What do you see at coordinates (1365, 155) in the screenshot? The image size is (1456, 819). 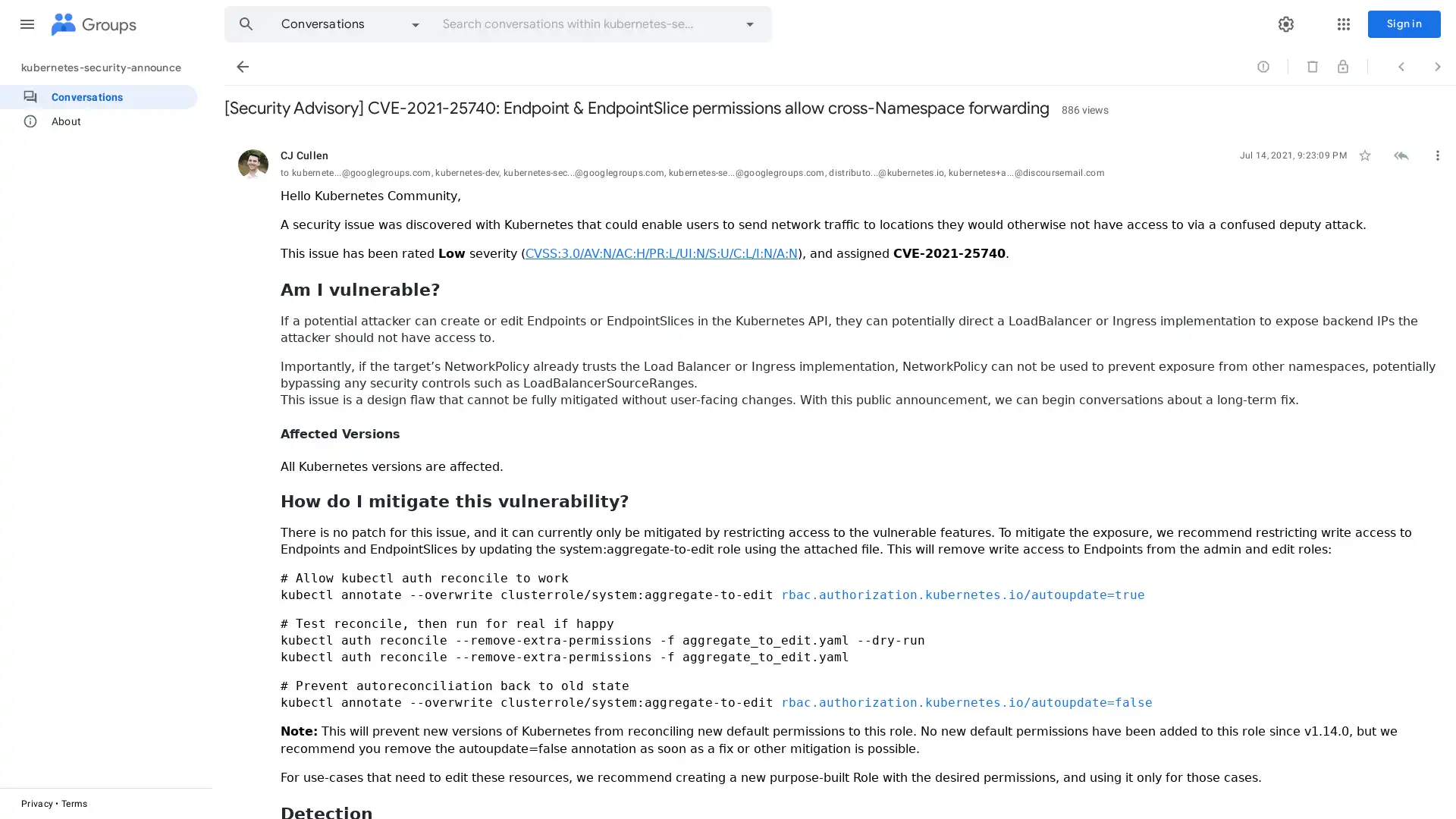 I see `Not starred` at bounding box center [1365, 155].